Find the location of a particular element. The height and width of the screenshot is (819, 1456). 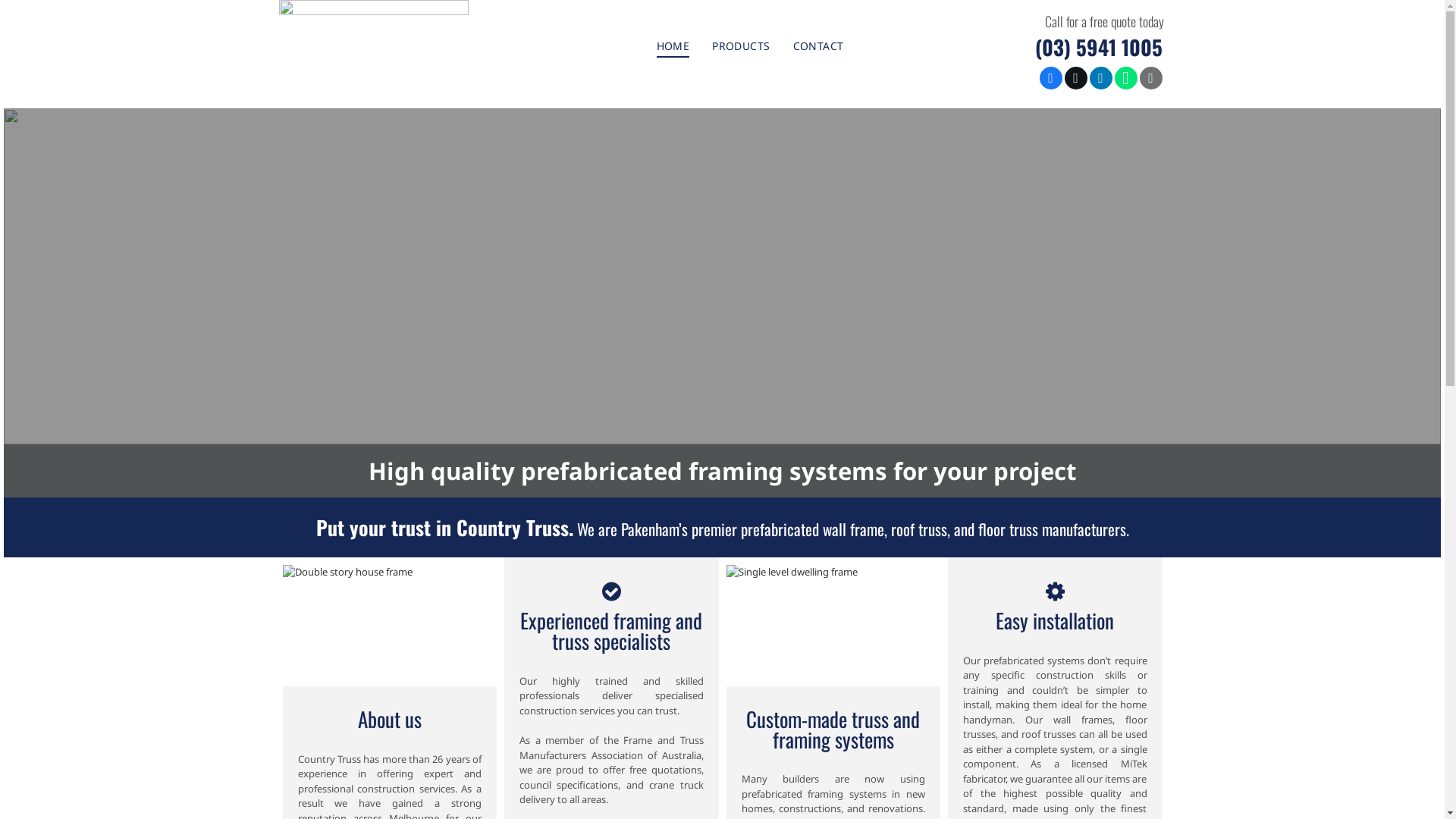

'CONTACT' is located at coordinates (782, 45).